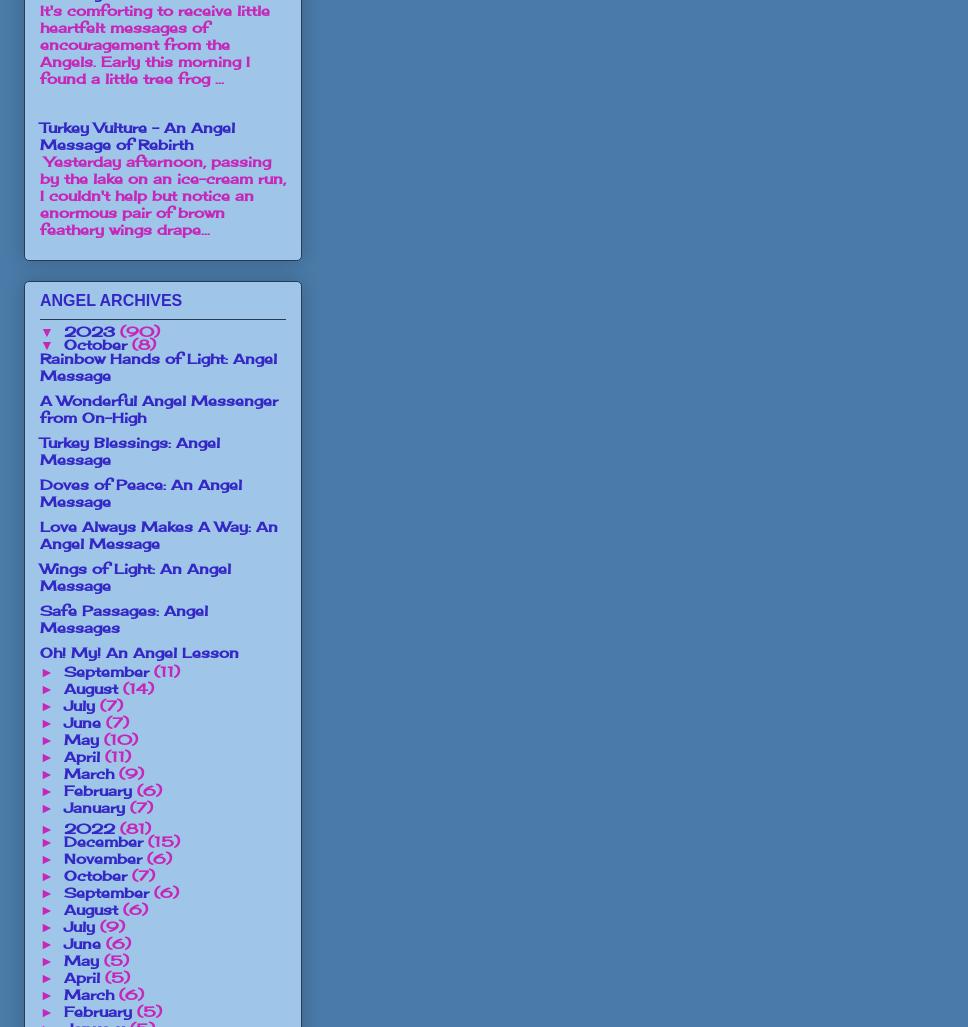  Describe the element at coordinates (90, 827) in the screenshot. I see `'2022'` at that location.